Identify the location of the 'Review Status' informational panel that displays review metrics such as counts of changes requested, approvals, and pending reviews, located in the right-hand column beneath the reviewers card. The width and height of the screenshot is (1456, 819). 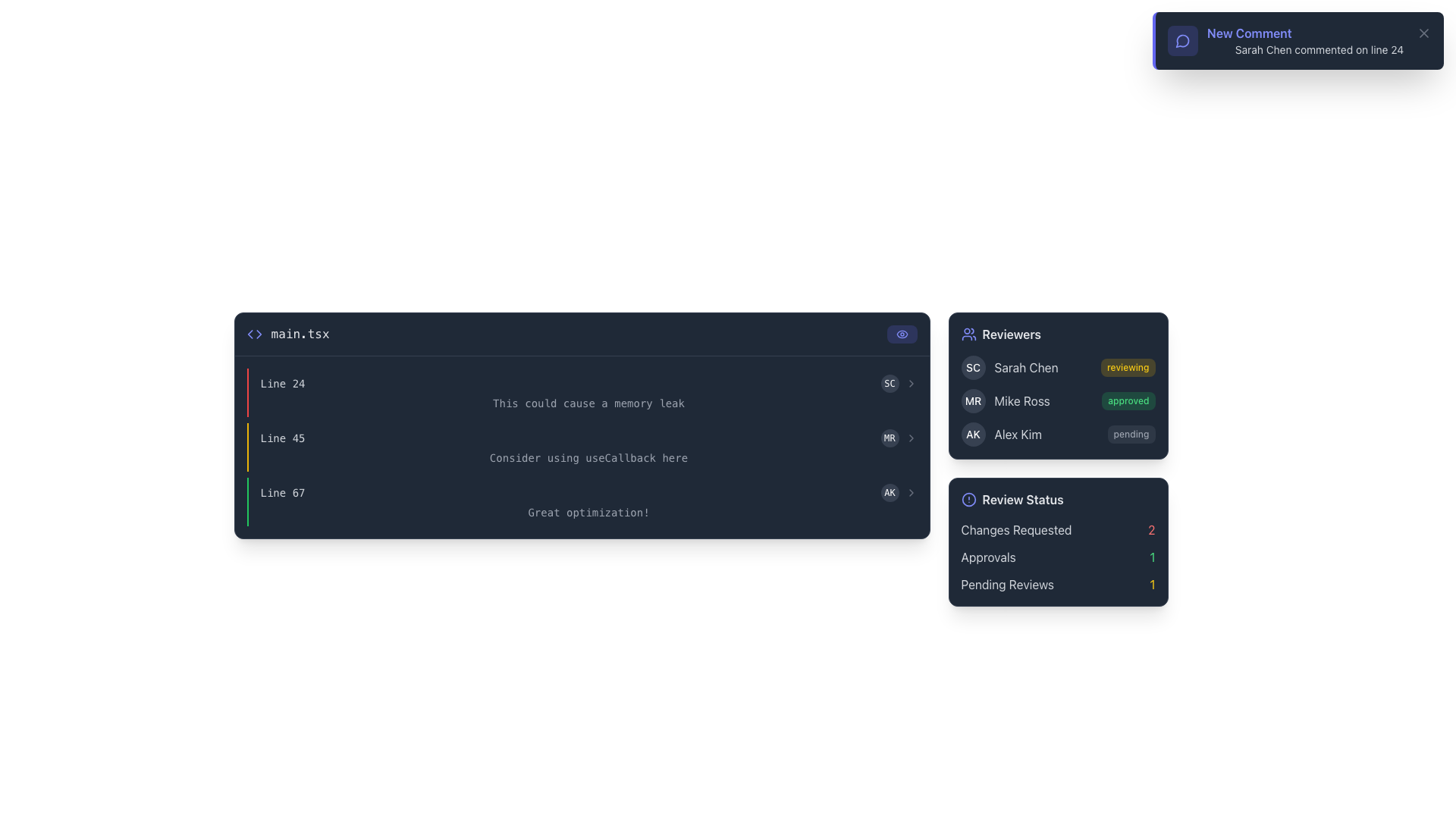
(1057, 541).